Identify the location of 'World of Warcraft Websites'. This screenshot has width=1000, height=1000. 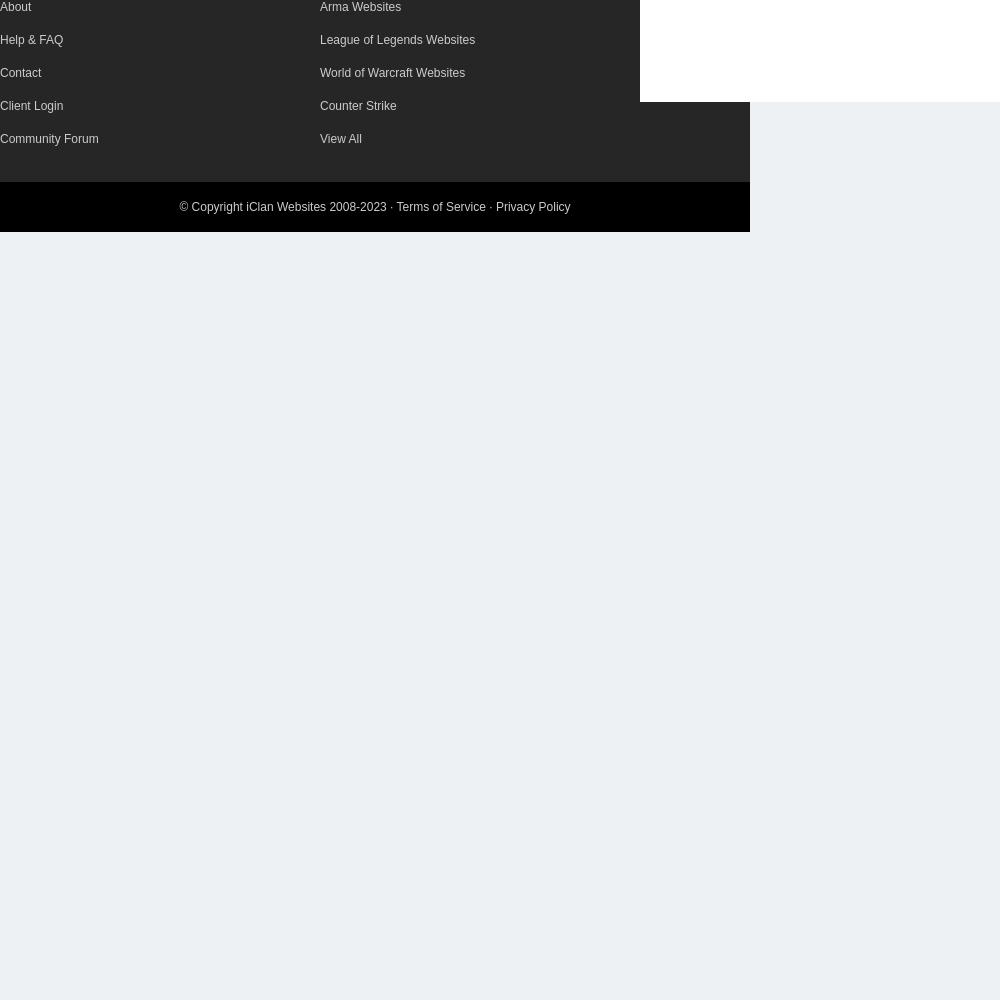
(392, 72).